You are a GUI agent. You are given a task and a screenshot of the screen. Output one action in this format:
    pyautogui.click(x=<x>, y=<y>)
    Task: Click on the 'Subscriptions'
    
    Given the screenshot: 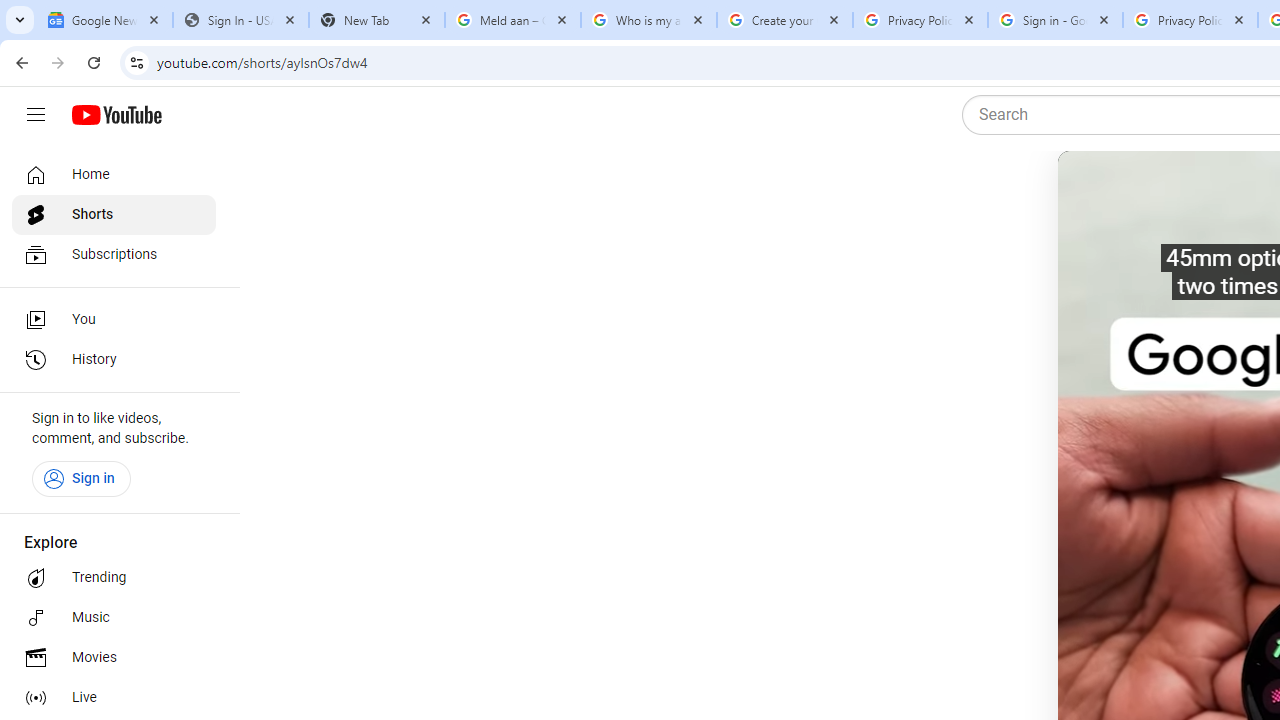 What is the action you would take?
    pyautogui.click(x=112, y=253)
    